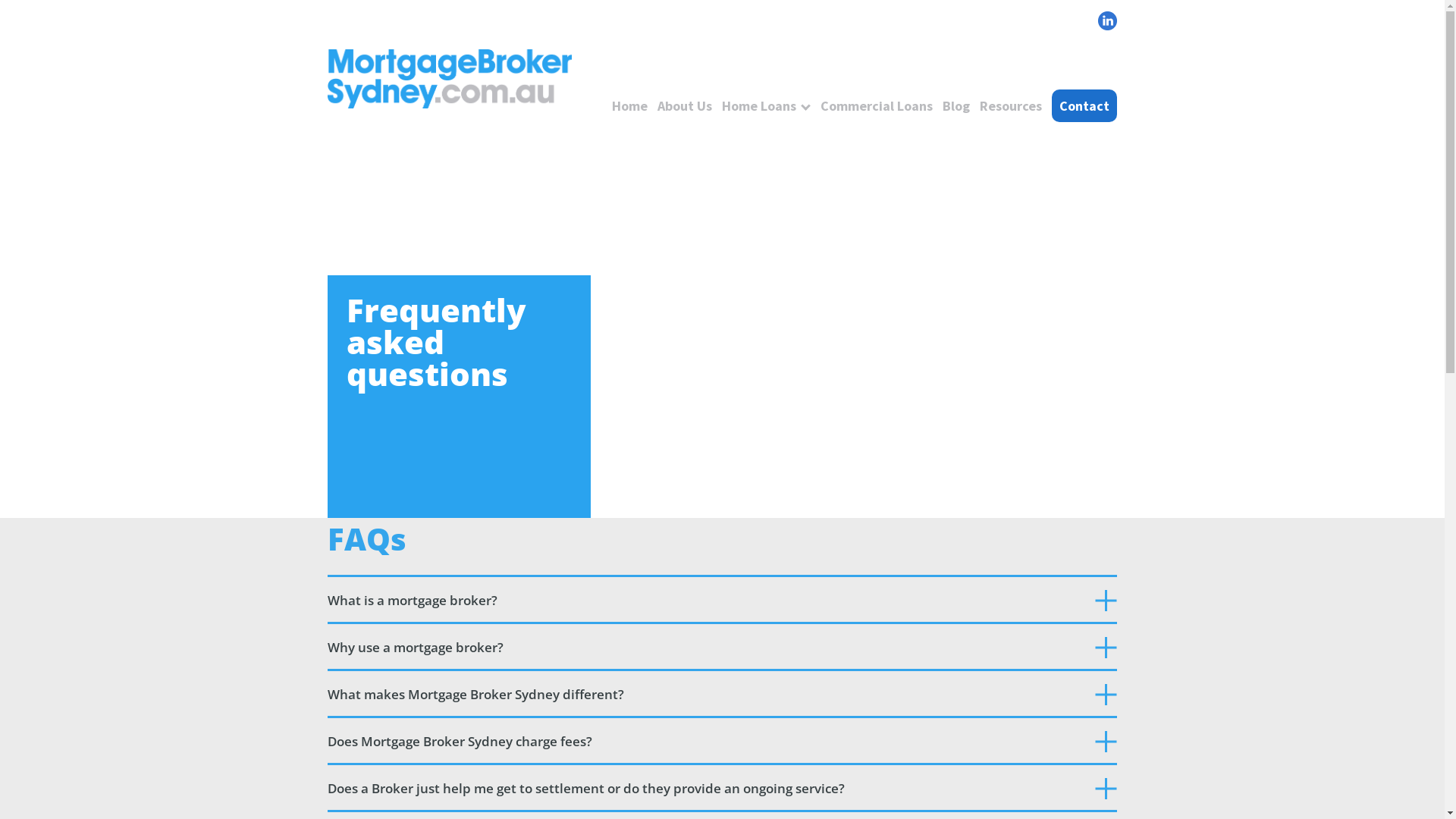 The image size is (1456, 819). Describe the element at coordinates (877, 105) in the screenshot. I see `'Commercial Loans'` at that location.